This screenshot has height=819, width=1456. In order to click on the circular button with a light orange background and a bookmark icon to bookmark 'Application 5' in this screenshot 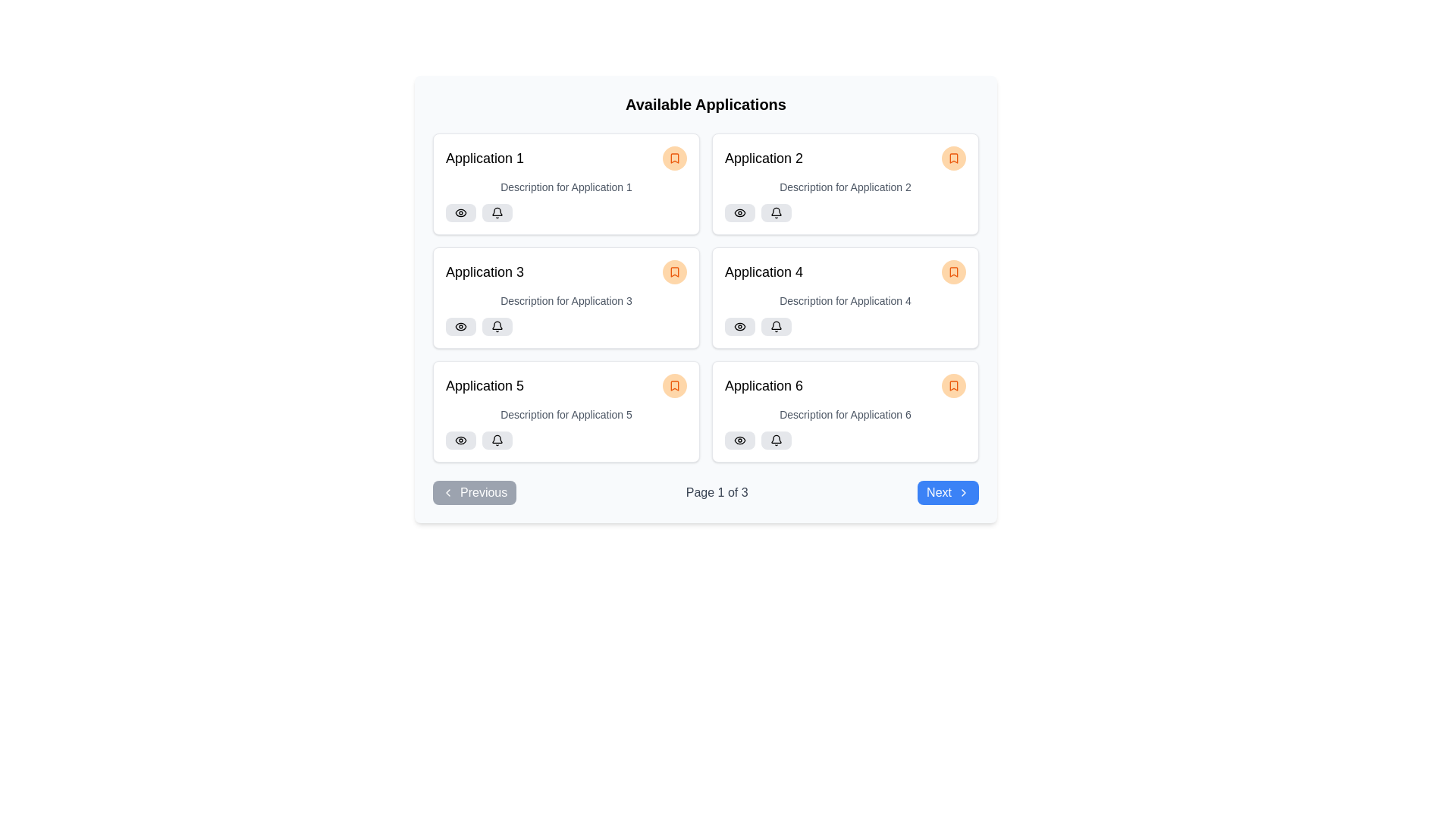, I will do `click(673, 385)`.